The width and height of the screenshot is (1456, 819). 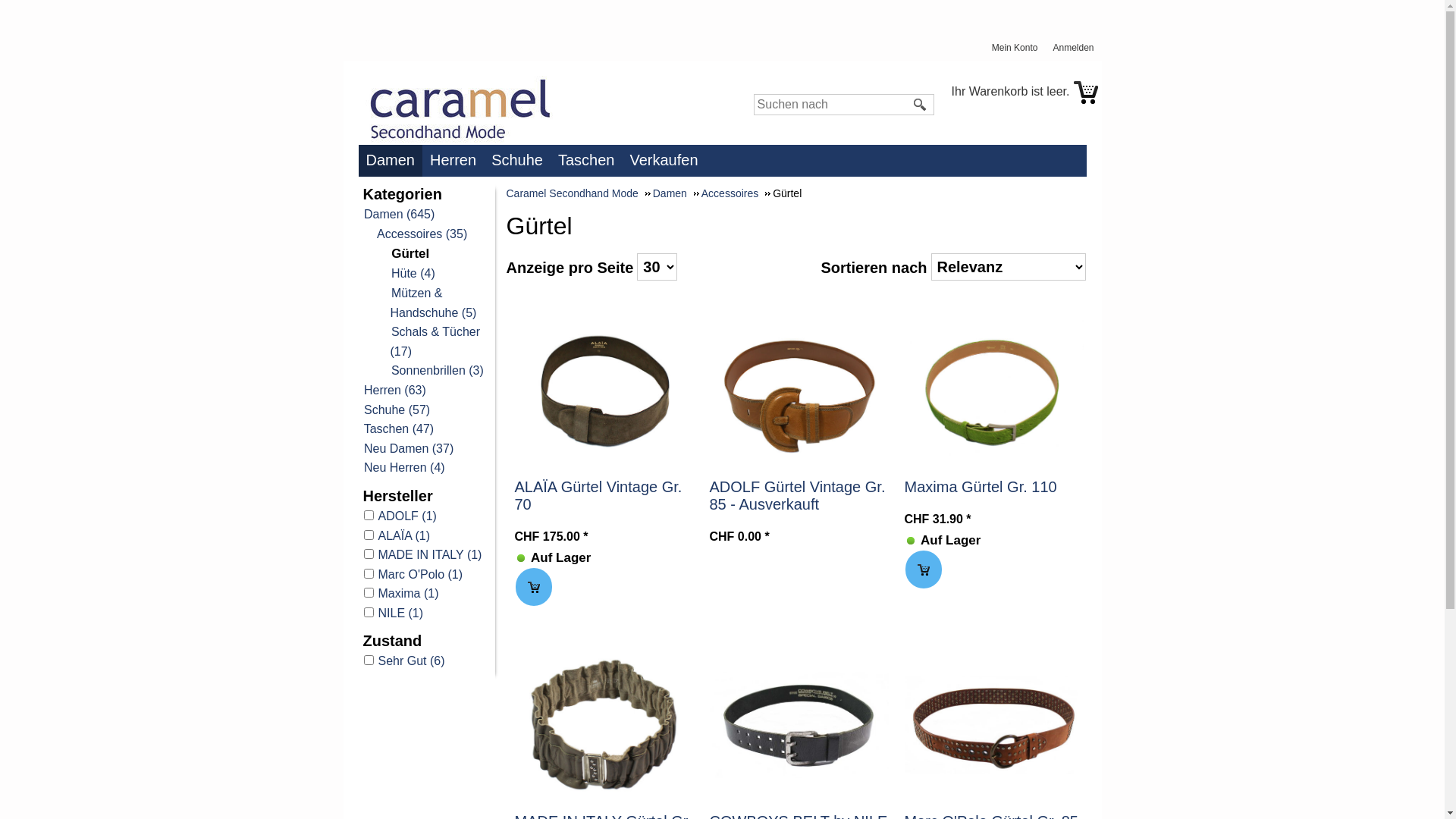 I want to click on 'Mein Konto', so click(x=992, y=47).